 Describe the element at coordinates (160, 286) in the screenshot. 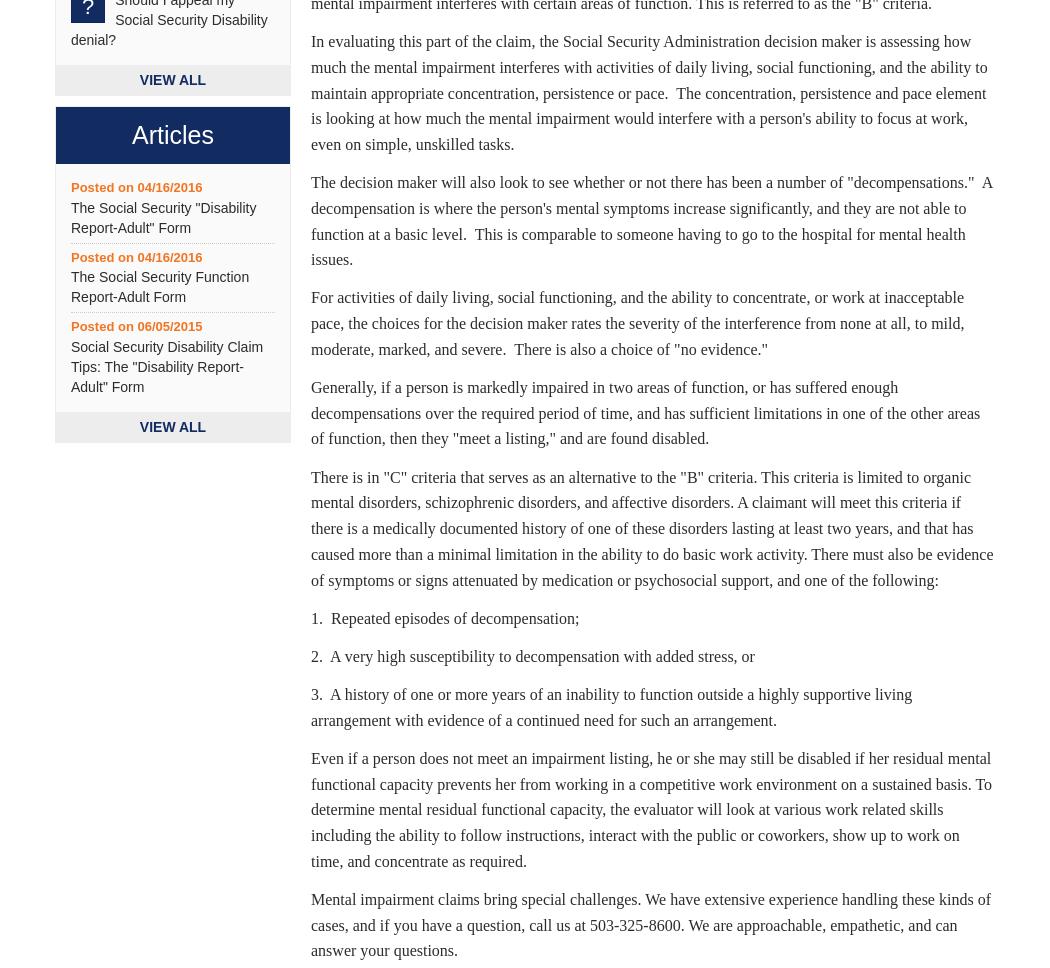

I see `'The Social Security Function Report-Adult Form'` at that location.